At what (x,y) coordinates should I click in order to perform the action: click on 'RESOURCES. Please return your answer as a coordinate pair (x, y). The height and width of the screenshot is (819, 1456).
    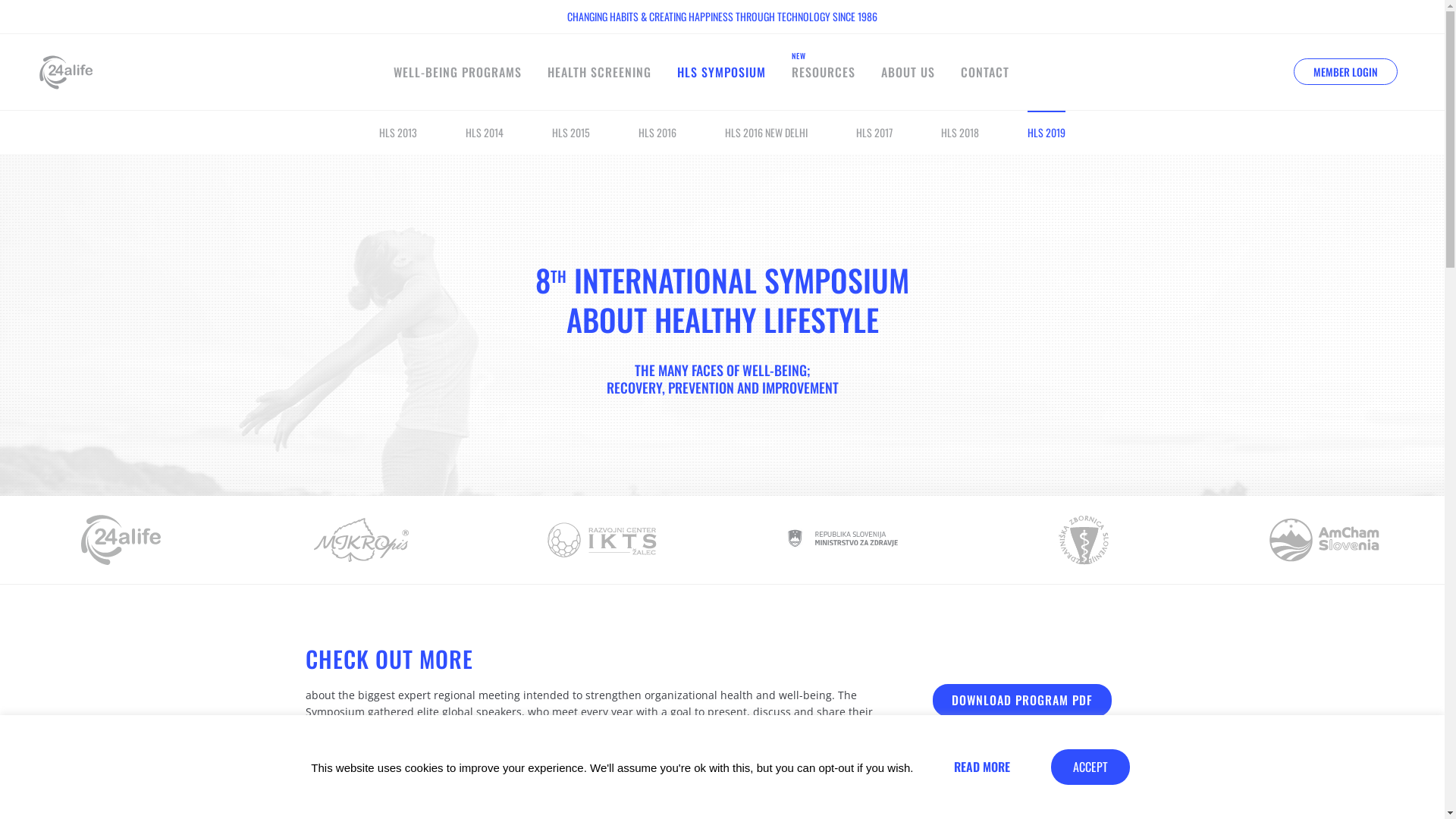
    Looking at the image, I should click on (822, 72).